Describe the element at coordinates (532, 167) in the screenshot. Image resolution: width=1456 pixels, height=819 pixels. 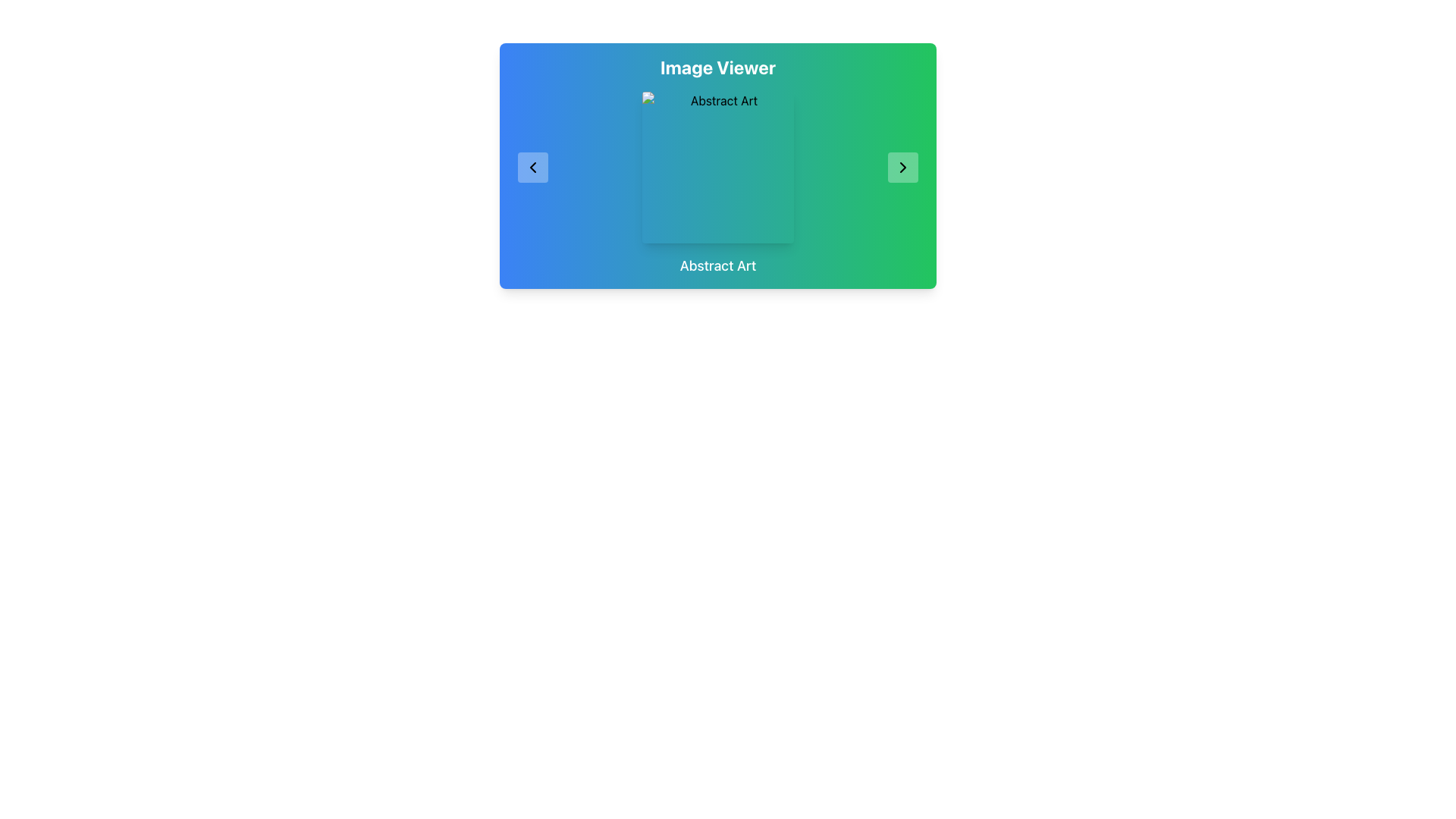
I see `the left navigation control chevron icon` at that location.